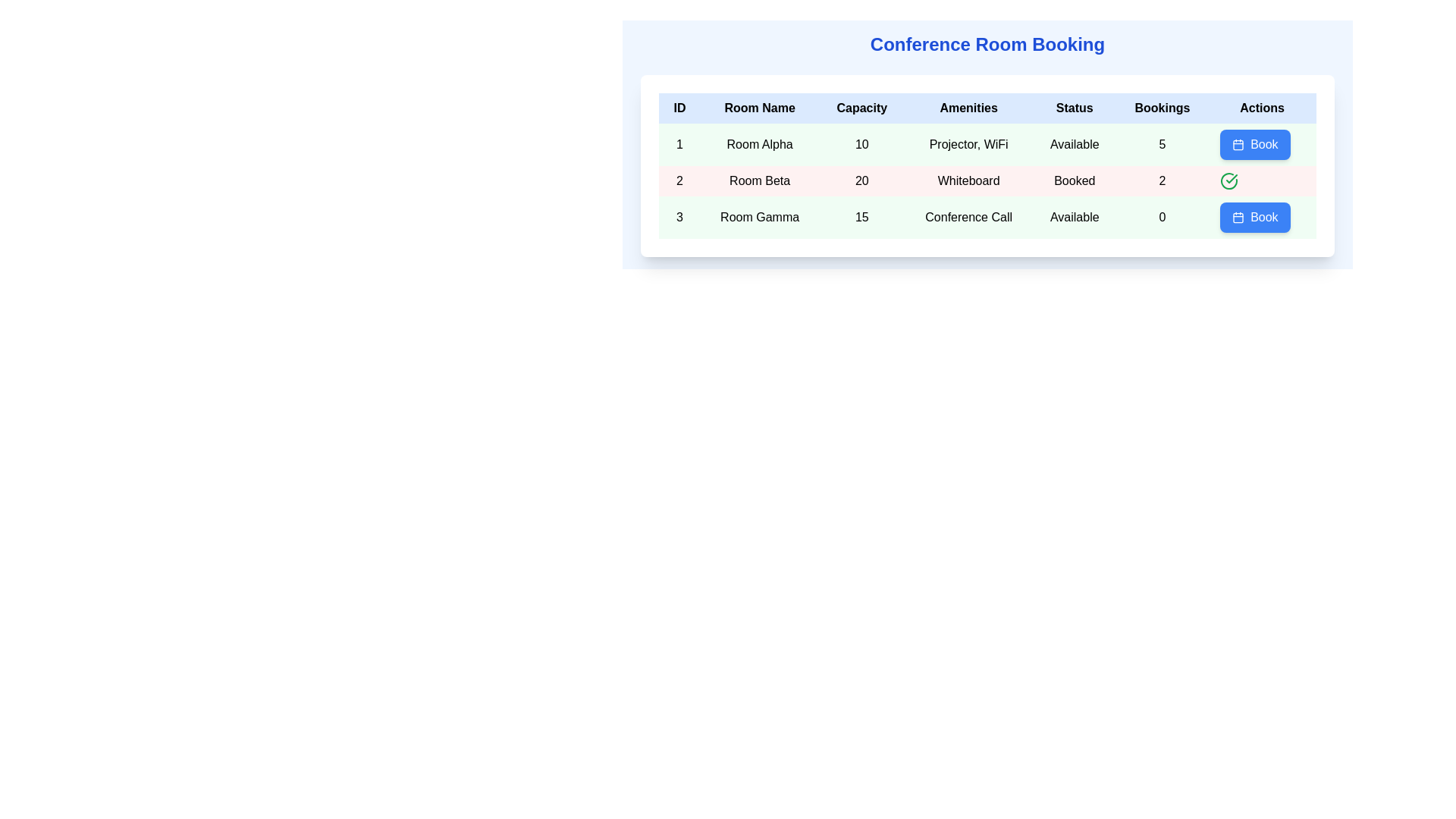  I want to click on text content of the first row in the 'Conference Room Booking' table, which provides information about 'Room Alpha', so click(987, 145).